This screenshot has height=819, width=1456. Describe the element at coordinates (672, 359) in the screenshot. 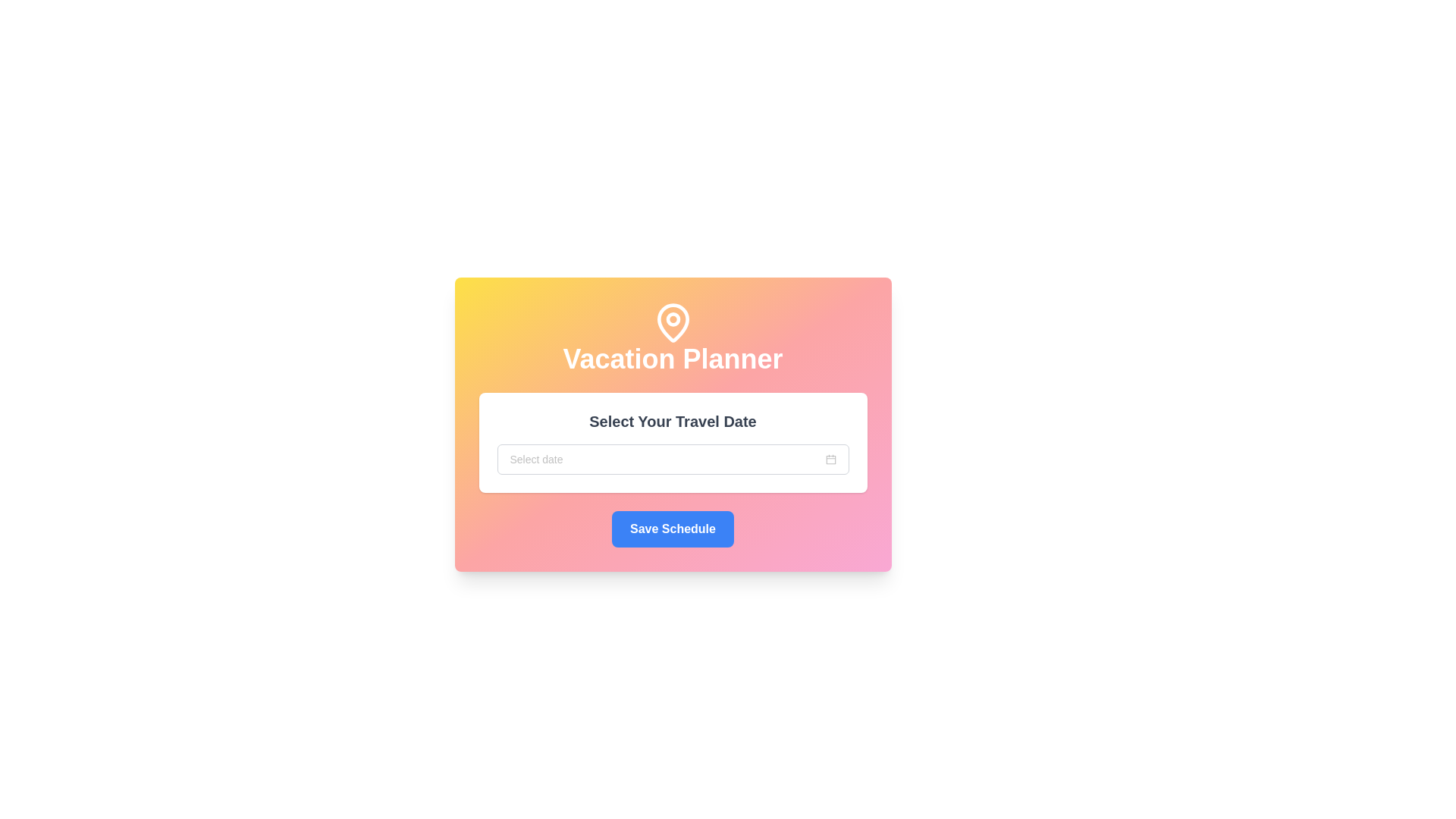

I see `the text label that identifies the purpose of the interface as a planner for vacations and trips, located at the center-top of the card, directly below the map pin icon` at that location.